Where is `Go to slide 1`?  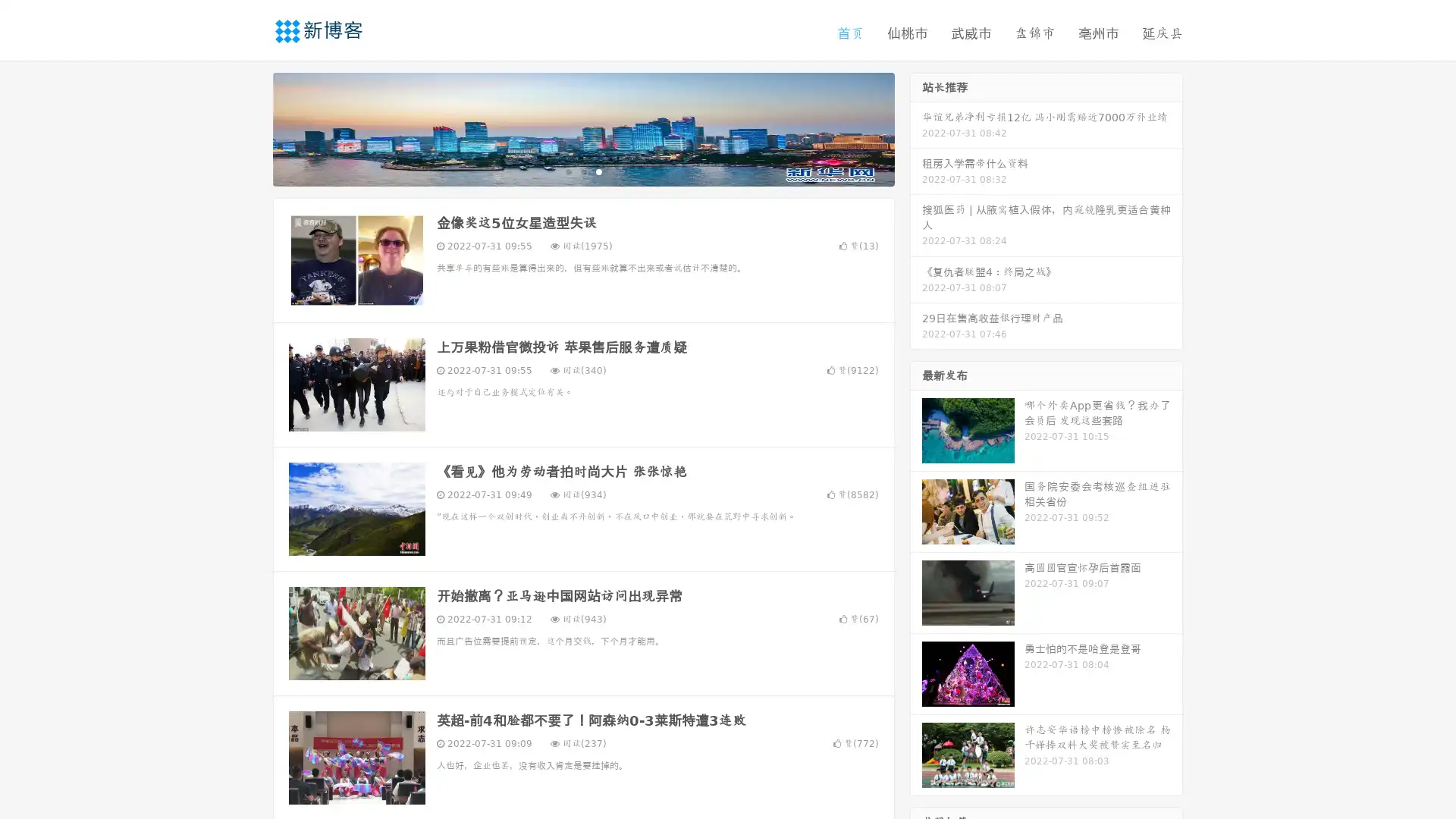 Go to slide 1 is located at coordinates (567, 171).